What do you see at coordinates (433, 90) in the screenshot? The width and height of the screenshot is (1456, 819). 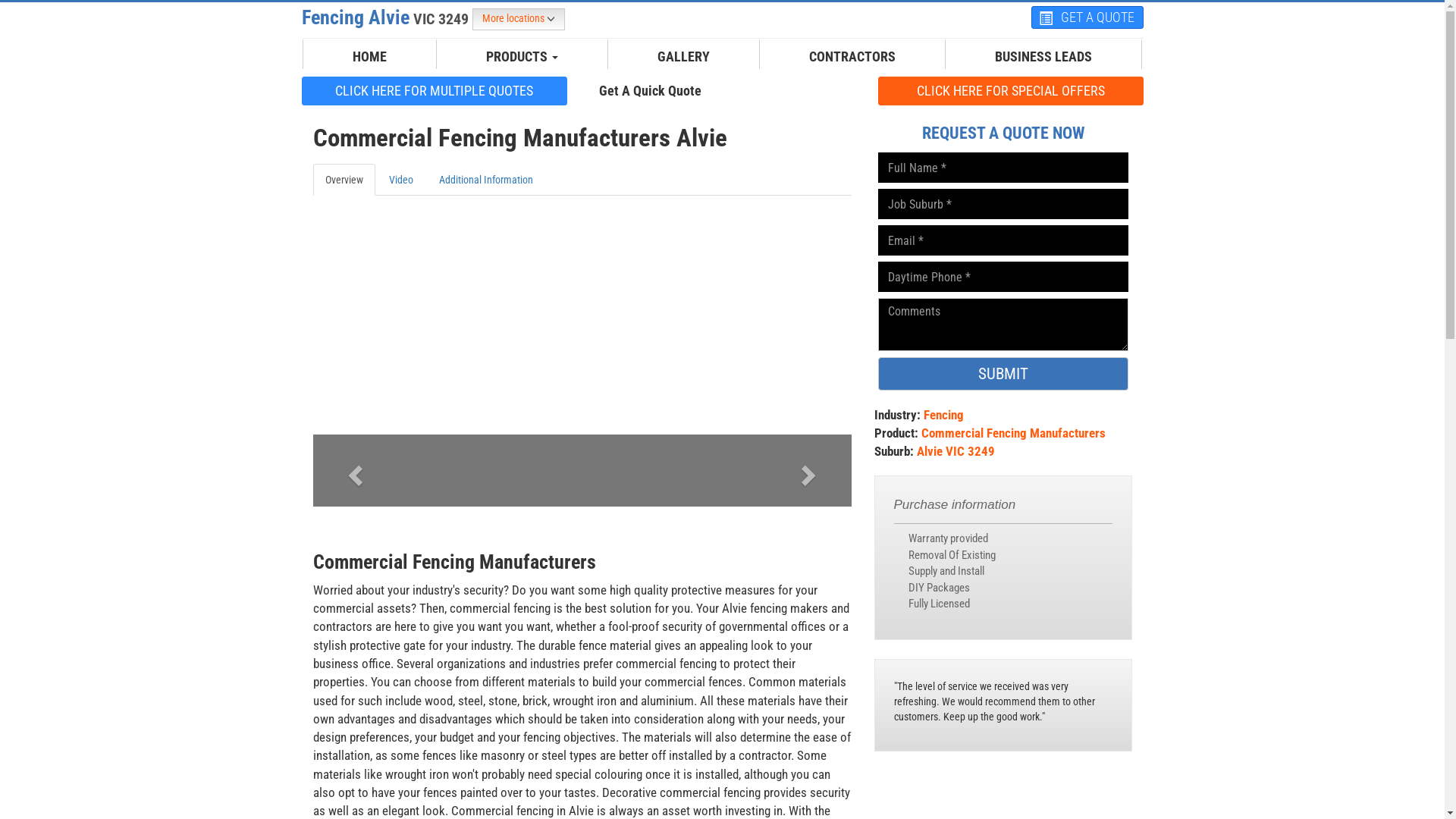 I see `'CLICK HERE FOR MULTIPLE QUOTES'` at bounding box center [433, 90].